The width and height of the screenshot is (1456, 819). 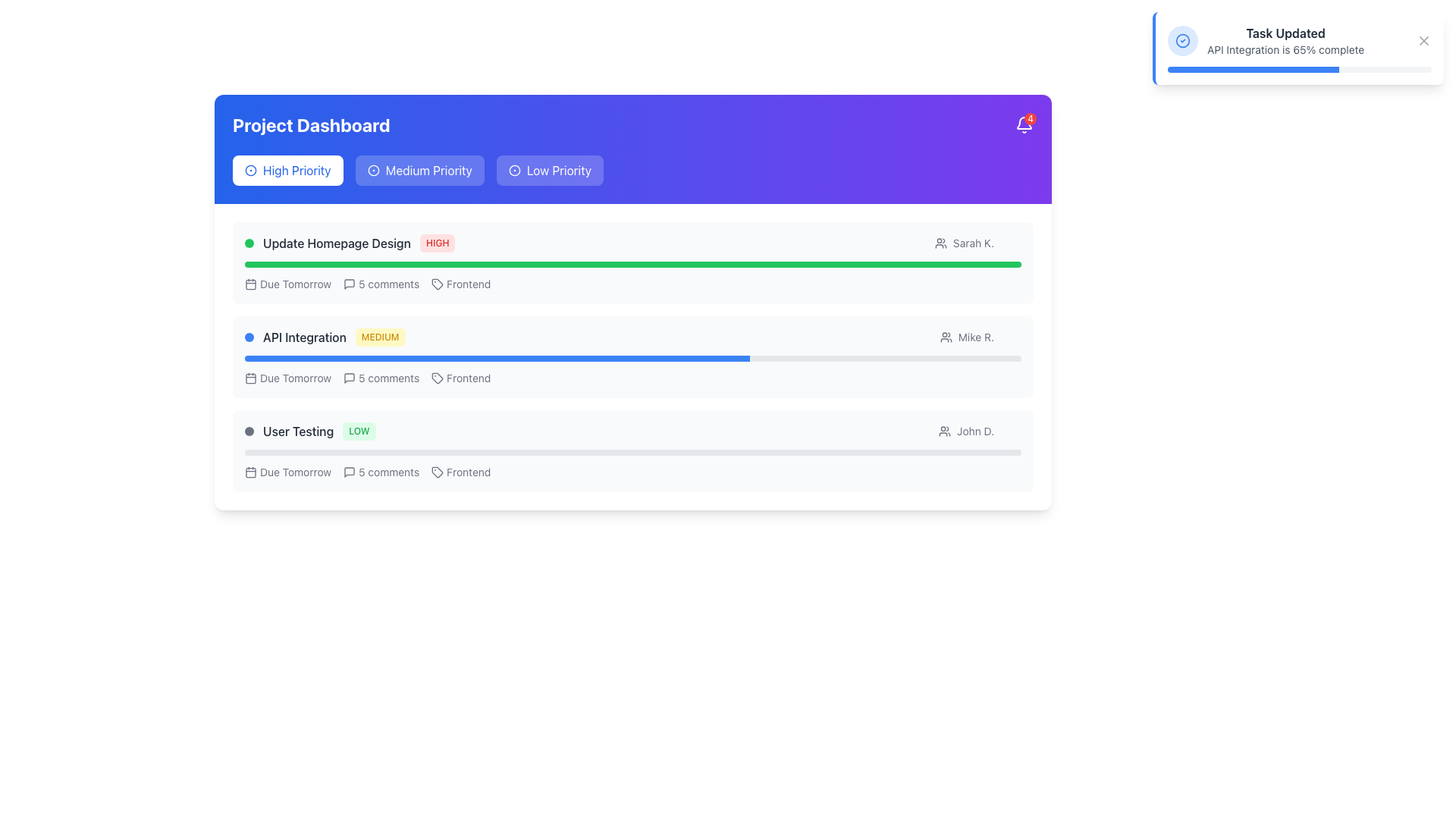 What do you see at coordinates (373, 170) in the screenshot?
I see `the circular icon with a hollow border and solid dot in the center` at bounding box center [373, 170].